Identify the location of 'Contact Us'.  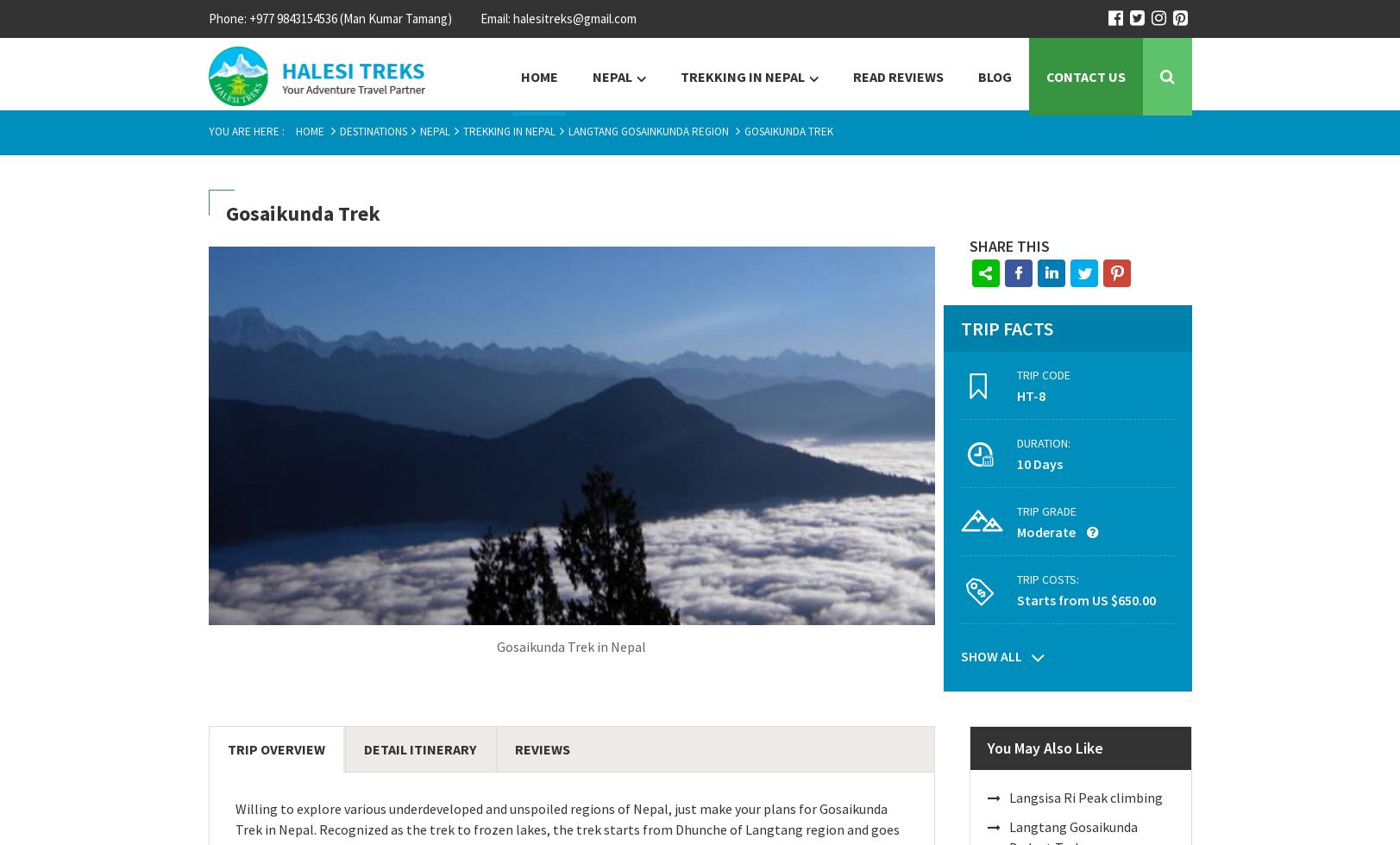
(1083, 76).